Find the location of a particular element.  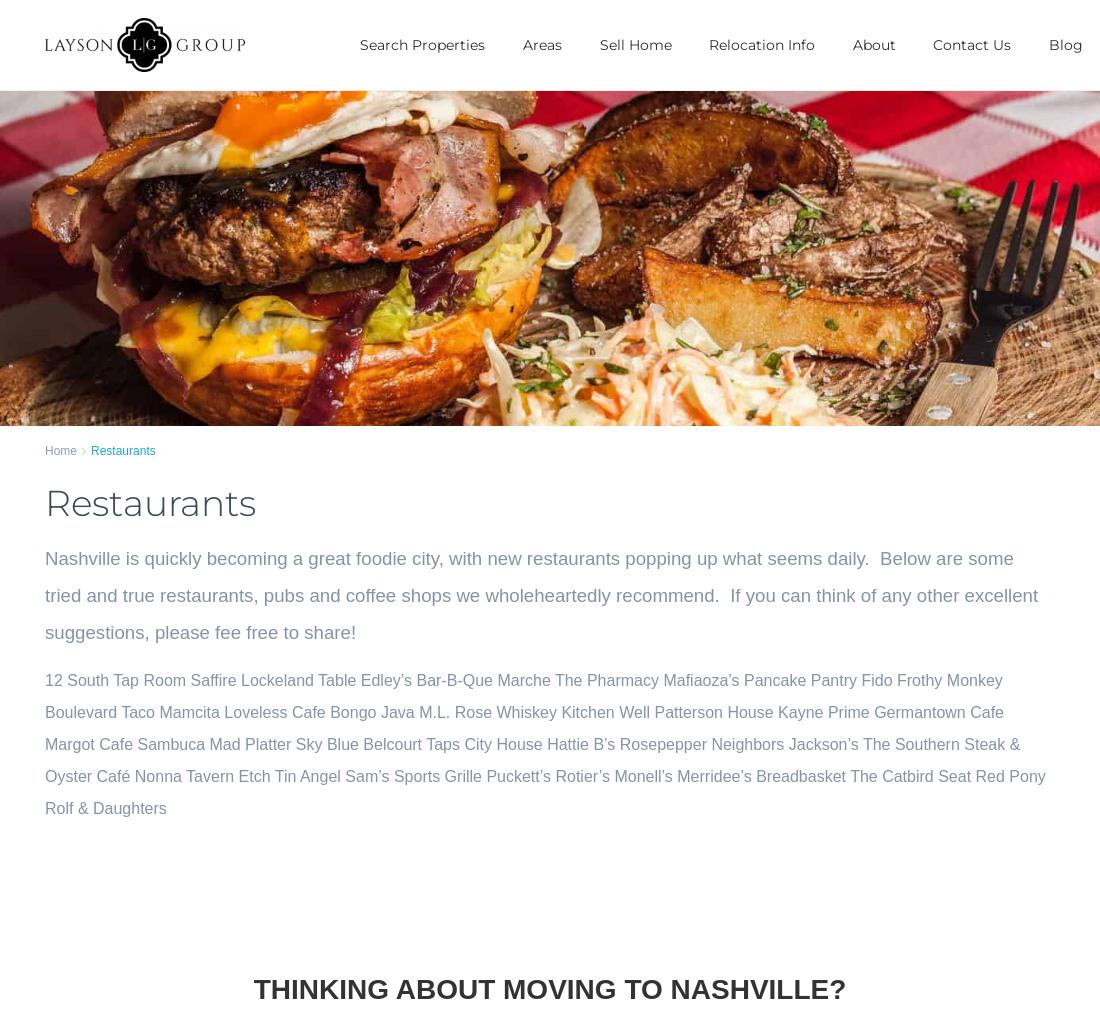

'Cheatham County' is located at coordinates (638, 816).